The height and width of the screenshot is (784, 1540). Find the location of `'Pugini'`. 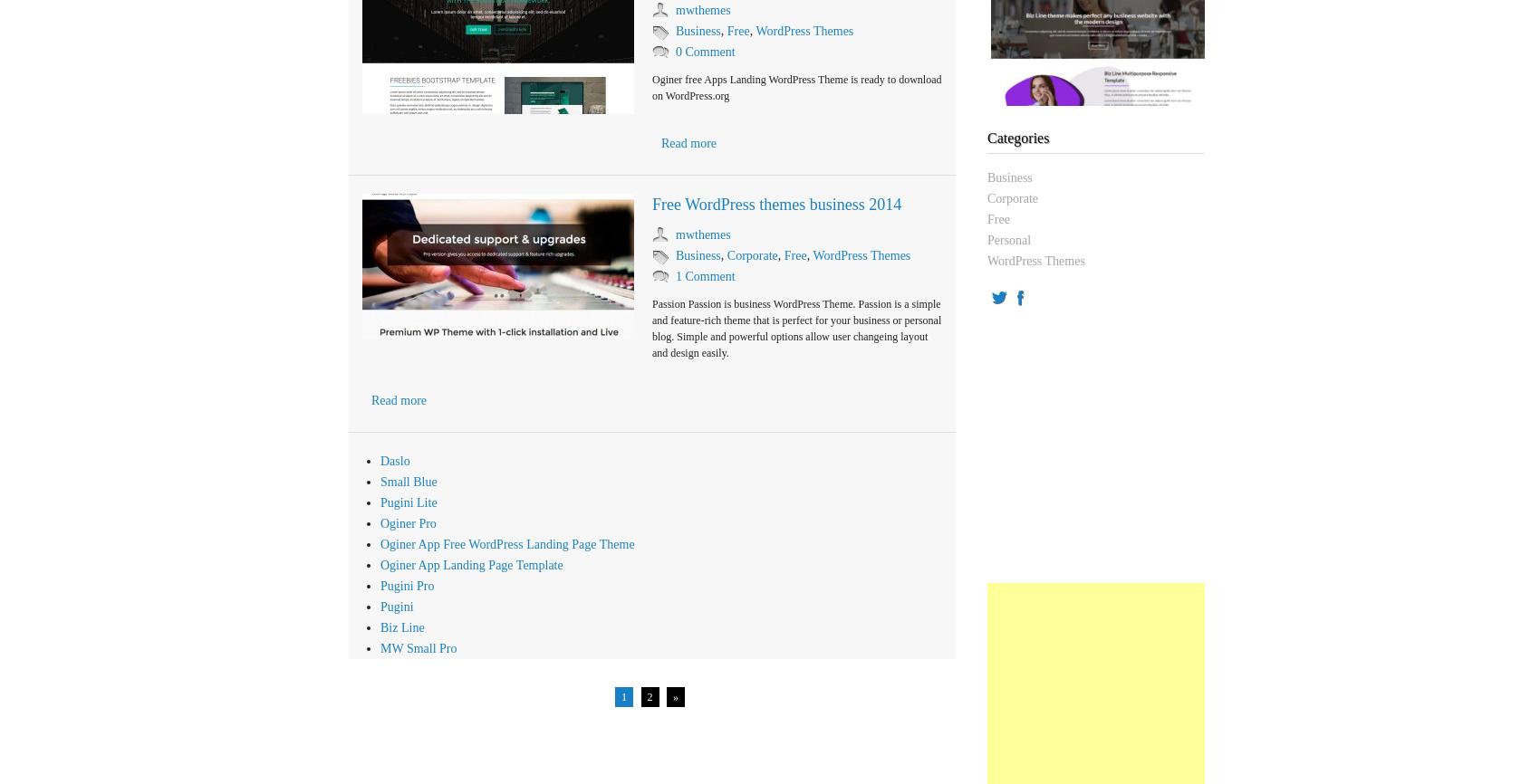

'Pugini' is located at coordinates (396, 606).